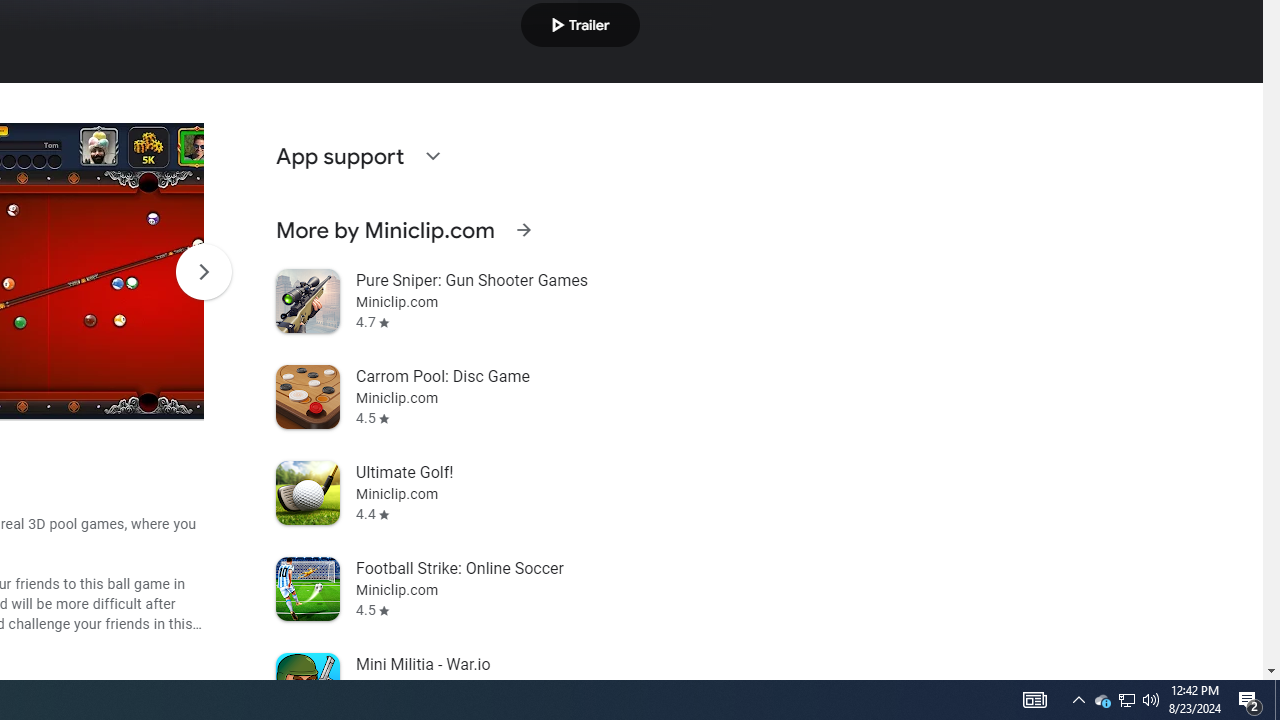 This screenshot has width=1280, height=720. Describe the element at coordinates (523, 229) in the screenshot. I see `'See more information on More by Miniclip.com'` at that location.